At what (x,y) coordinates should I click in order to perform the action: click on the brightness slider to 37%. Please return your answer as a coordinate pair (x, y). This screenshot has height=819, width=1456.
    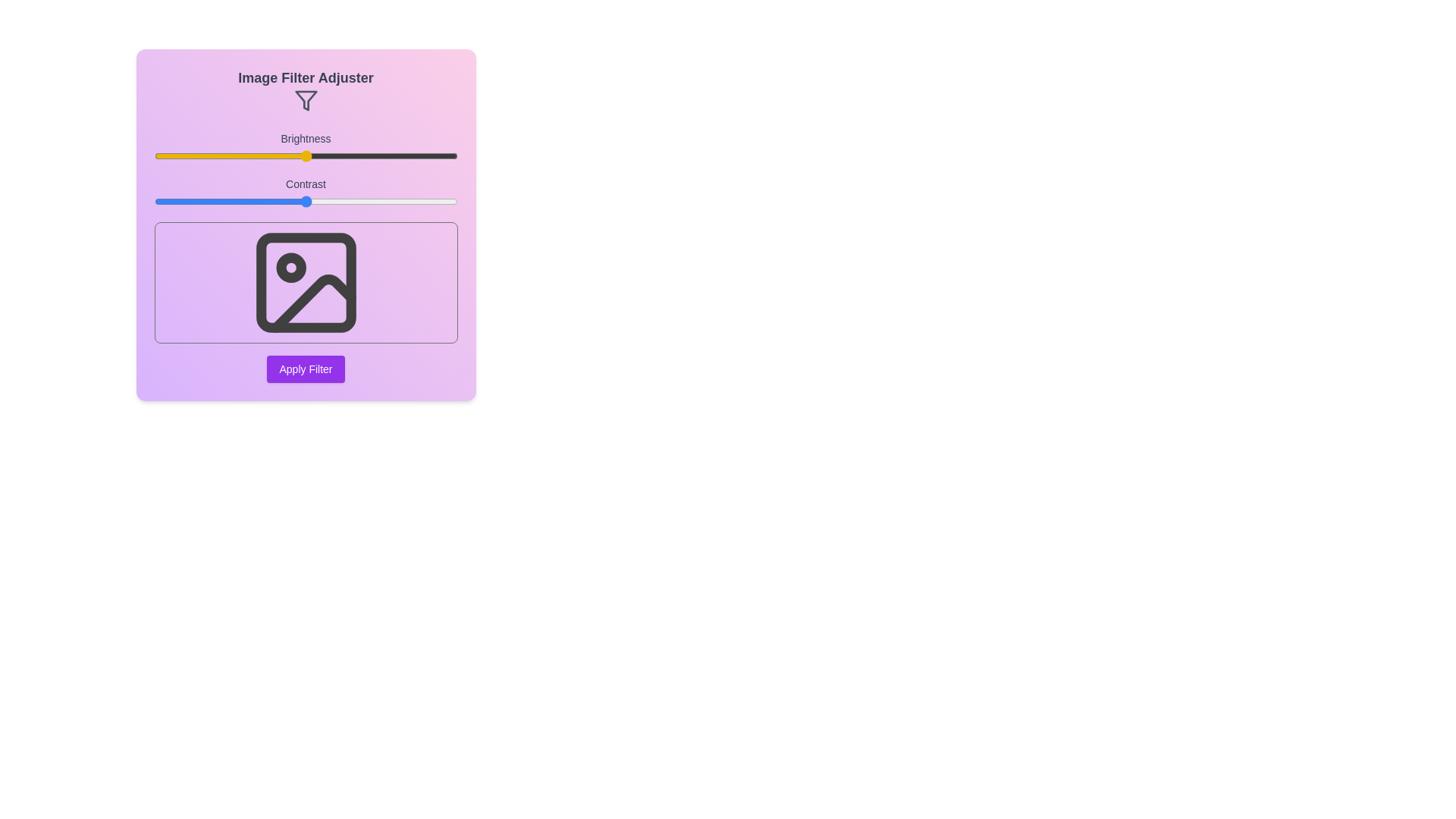
    Looking at the image, I should click on (266, 155).